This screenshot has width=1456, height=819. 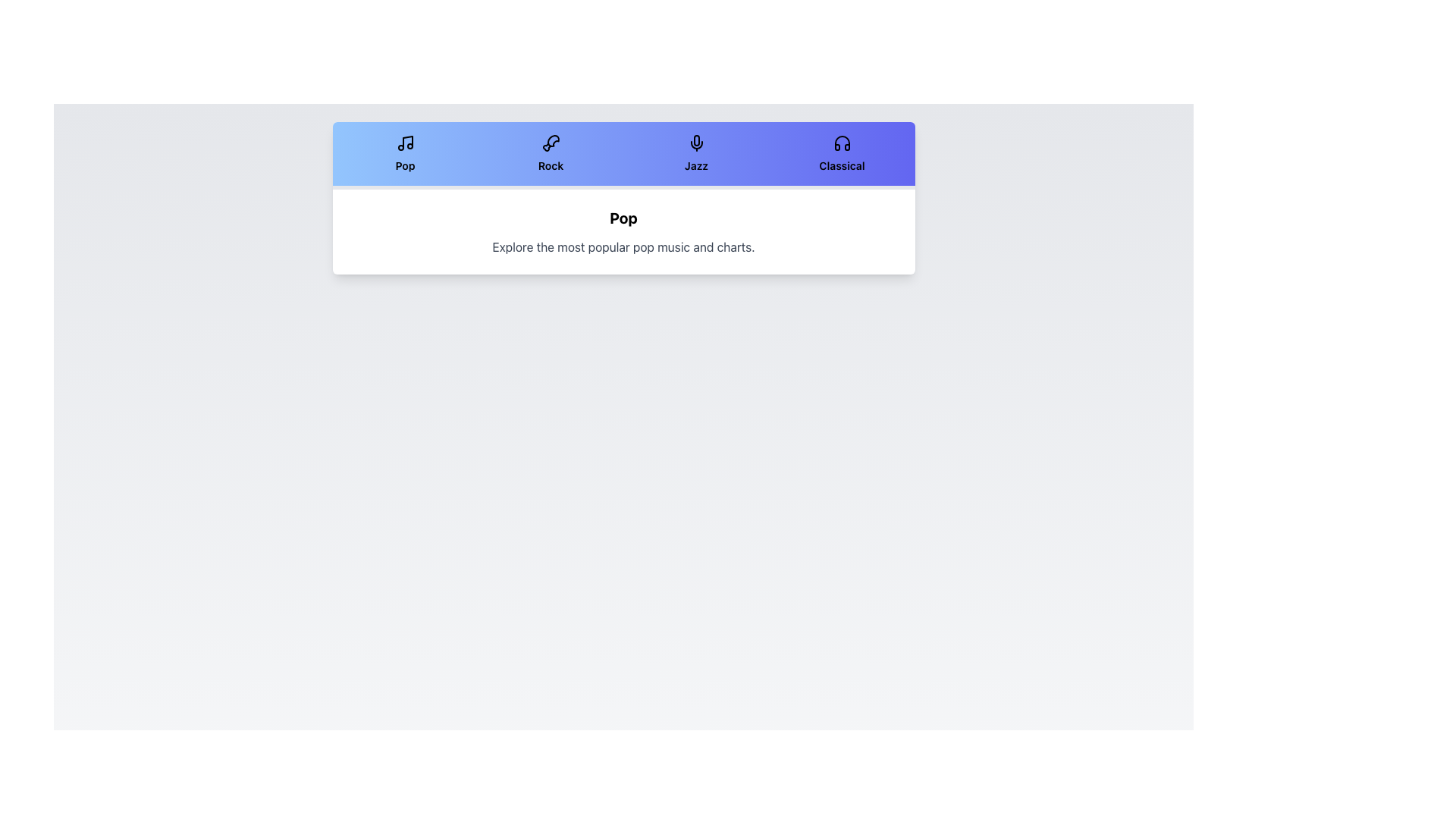 What do you see at coordinates (695, 155) in the screenshot?
I see `the Jazz tab button, which is the third tab in a row of four tabs labeled Pop, Rock, Jazz, and Classical, to change its styling` at bounding box center [695, 155].